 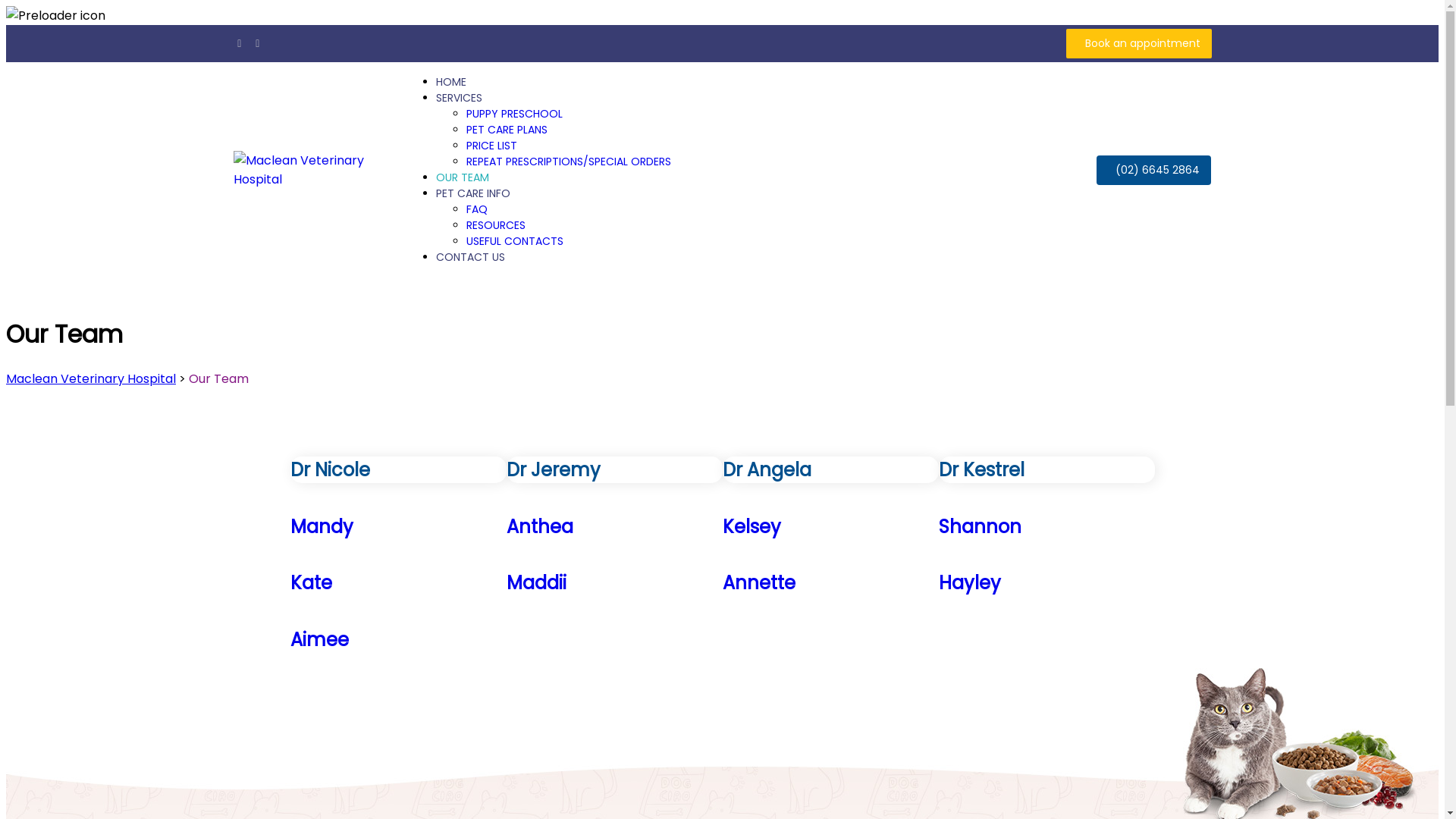 I want to click on 'PUPPY PRESCHOOL', so click(x=514, y=113).